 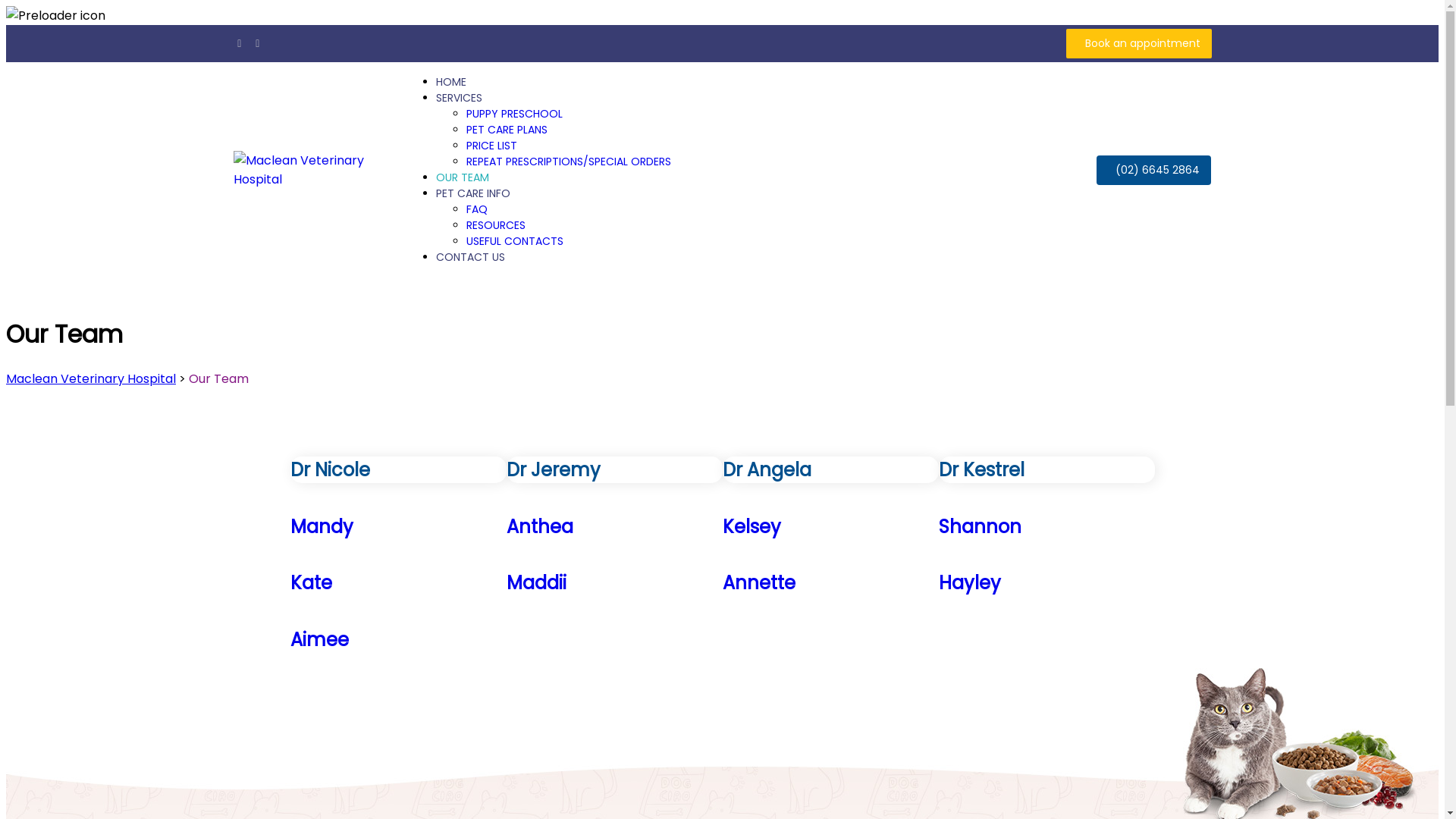 I want to click on 'PUPPY PRESCHOOL', so click(x=514, y=113).